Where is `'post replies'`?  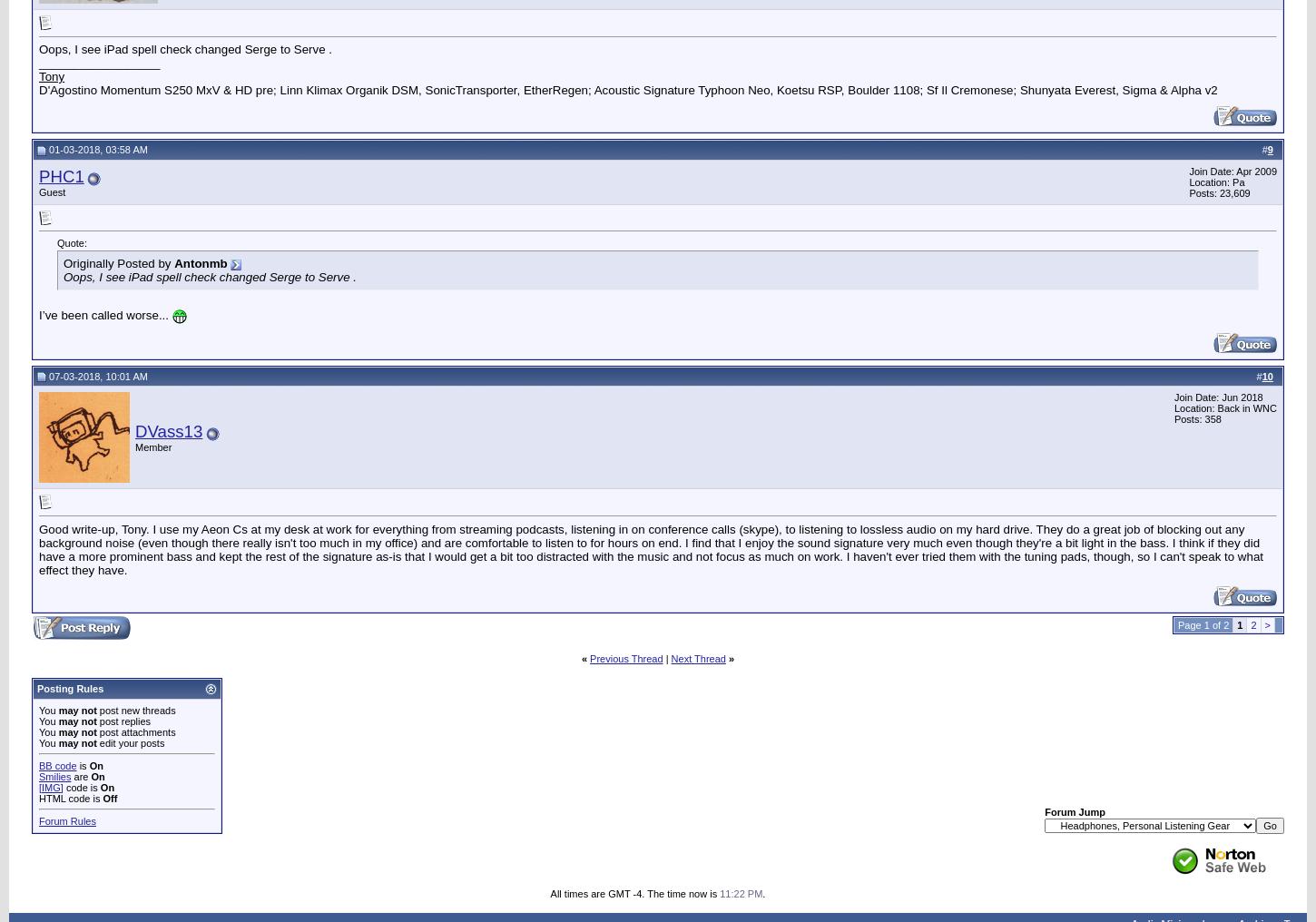
'post replies' is located at coordinates (95, 720).